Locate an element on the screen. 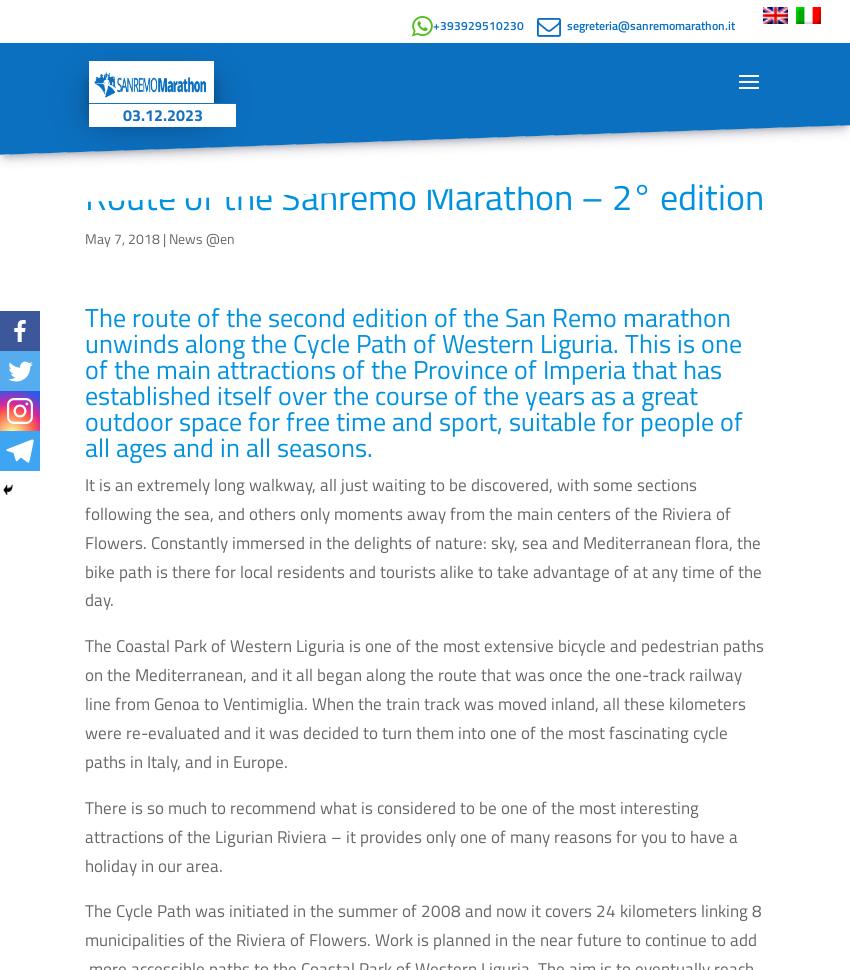 This screenshot has height=970, width=850. '|' is located at coordinates (159, 238).